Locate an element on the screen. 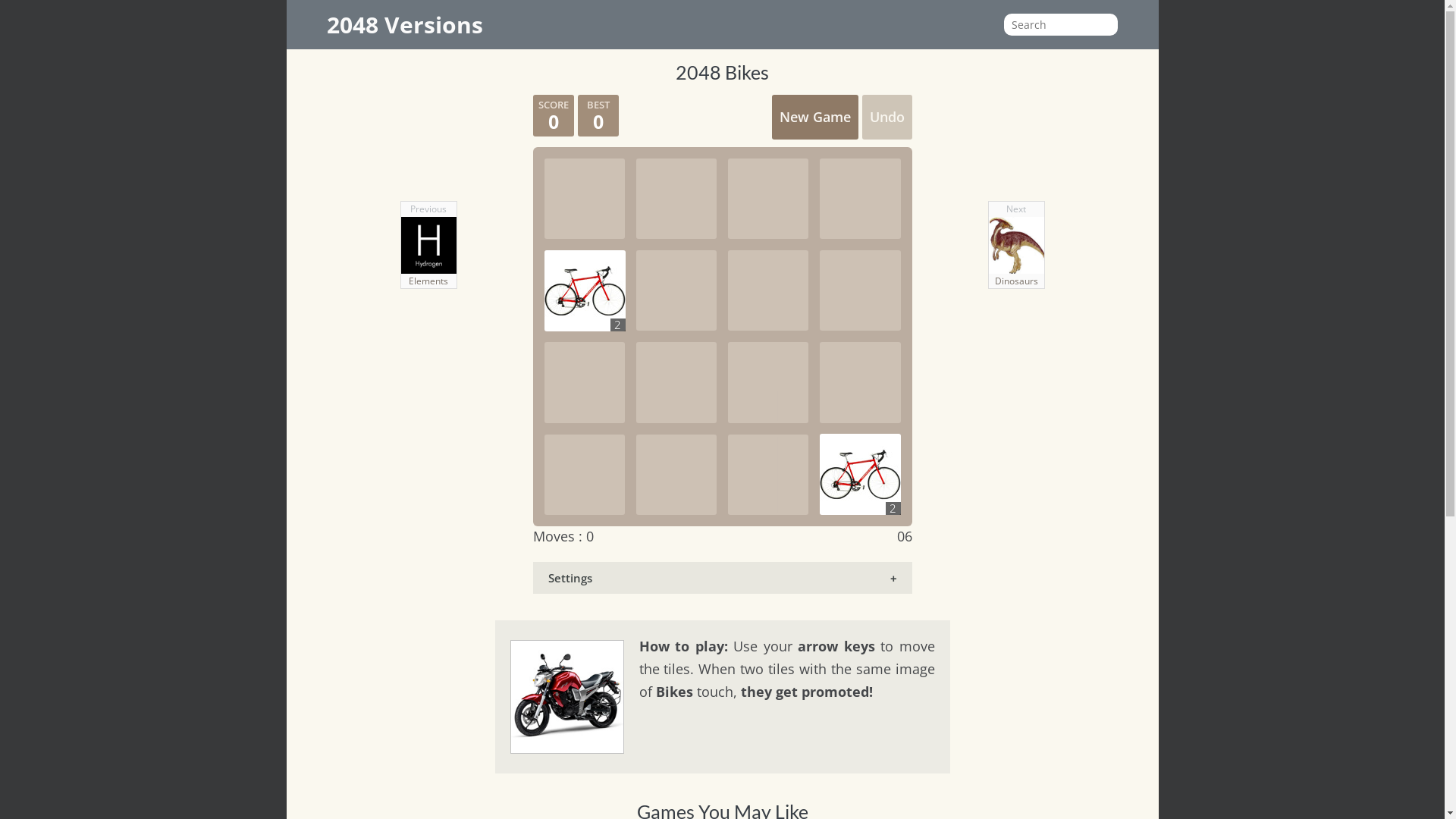  'Undo' is located at coordinates (886, 116).